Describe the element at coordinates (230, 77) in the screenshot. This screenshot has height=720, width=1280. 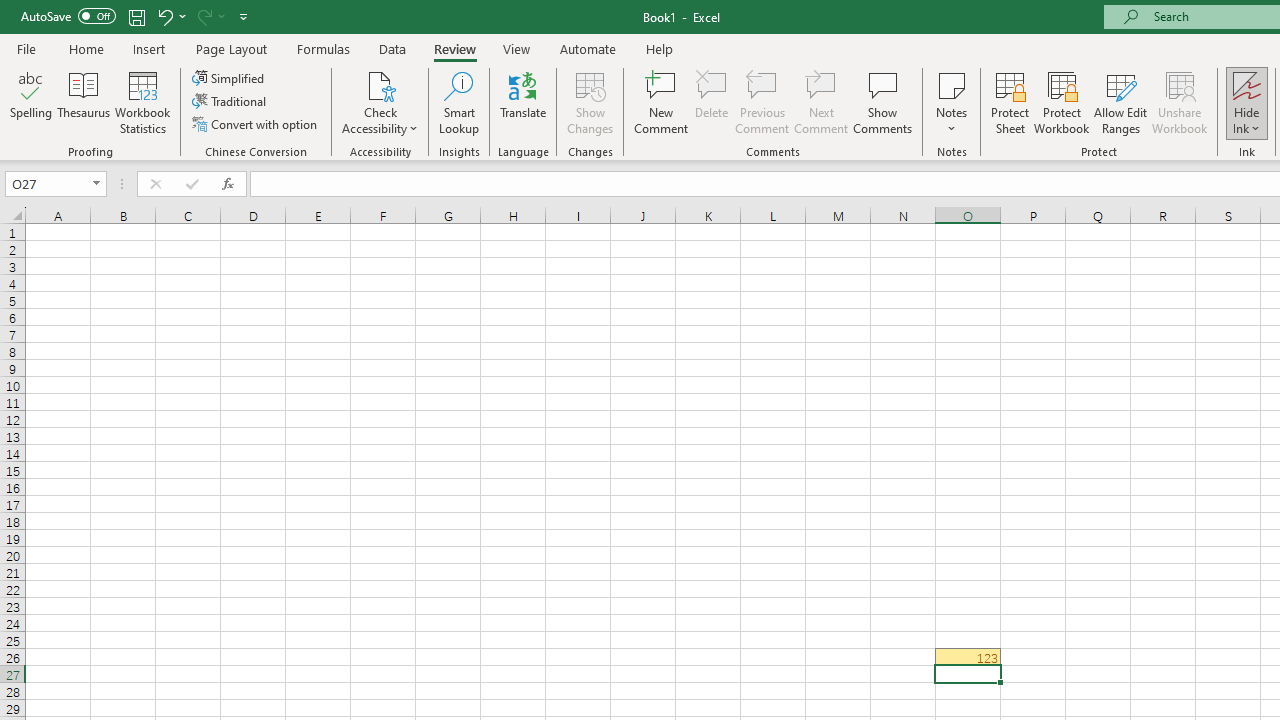
I see `'Simplified'` at that location.